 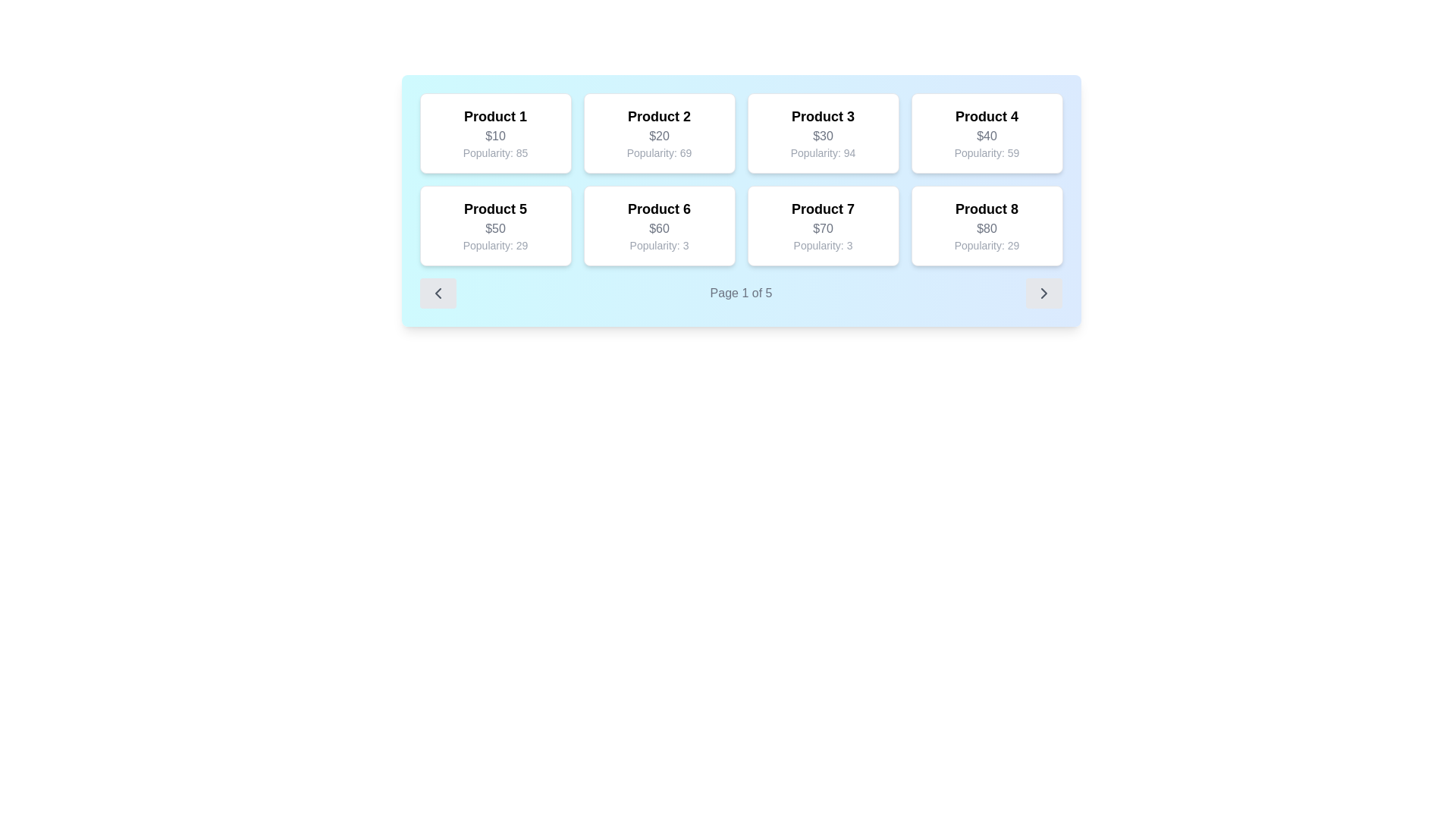 What do you see at coordinates (659, 116) in the screenshot?
I see `the Text Label displaying the product title located in the card labeled 'Product 2' in the top row, second column of the grid` at bounding box center [659, 116].